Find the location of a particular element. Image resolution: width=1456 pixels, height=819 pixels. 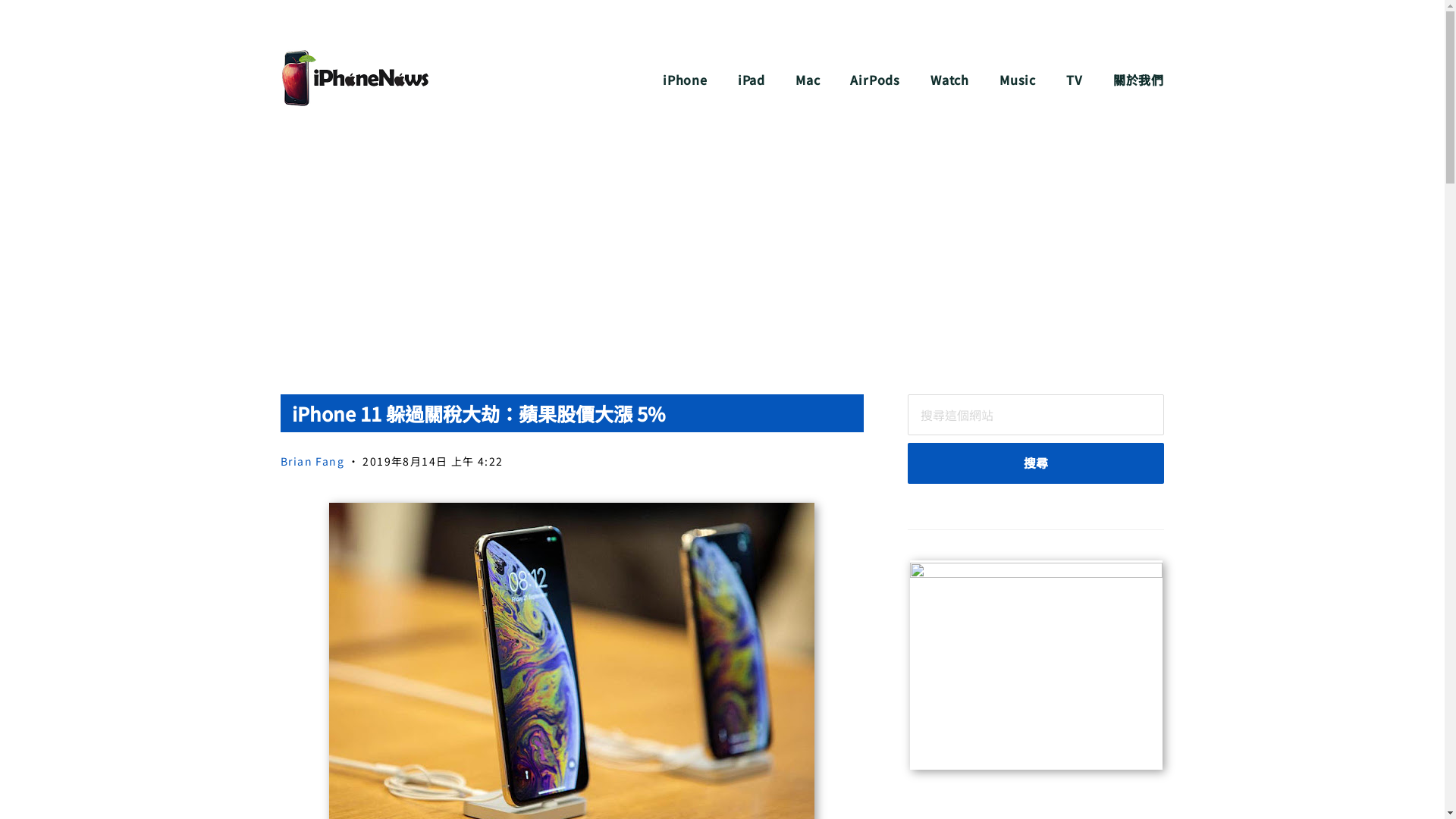

'iPhone' is located at coordinates (662, 80).